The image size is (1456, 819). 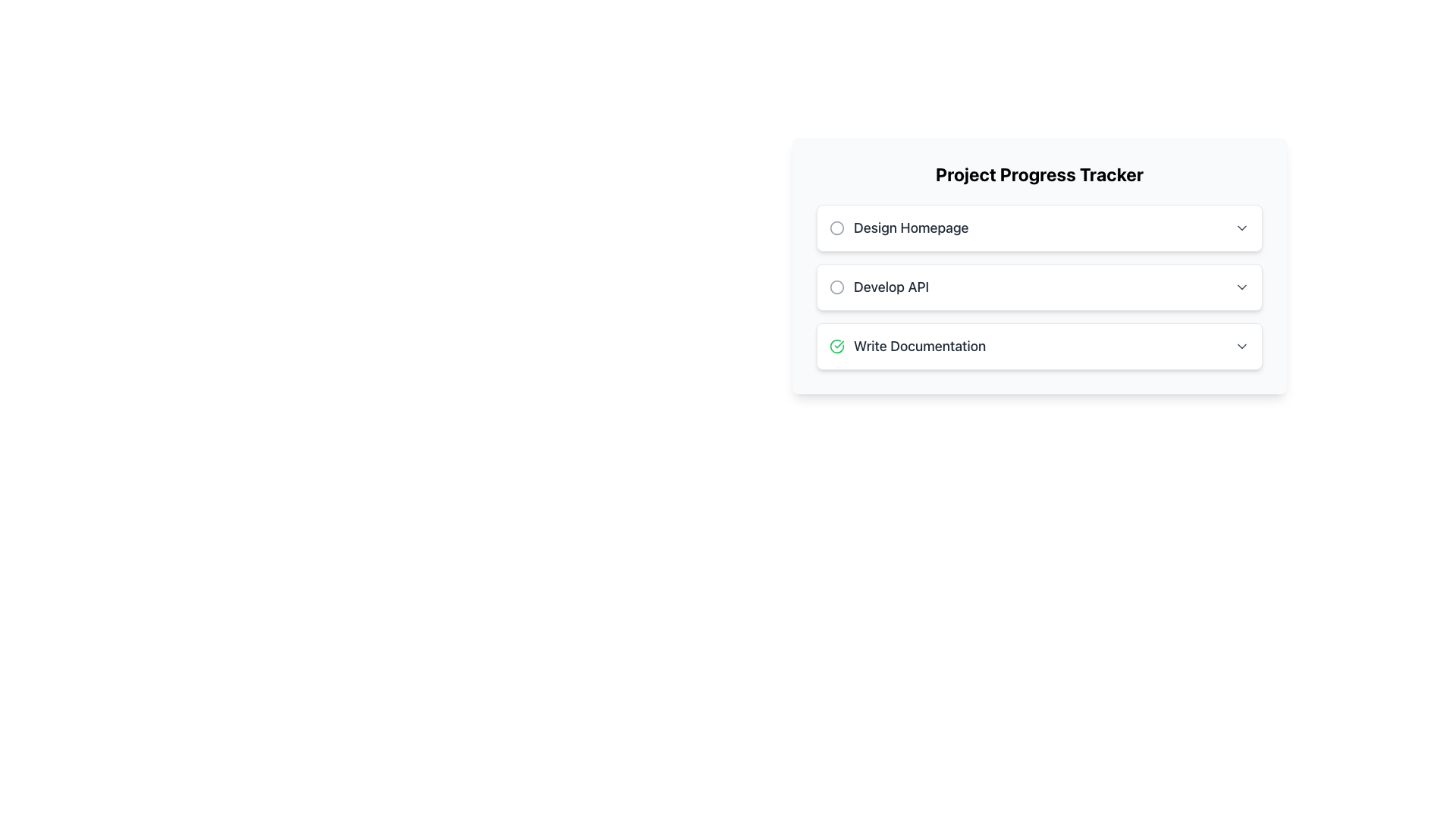 I want to click on the chevron-down icon of the Dropdown toggle button located to the right of the 'Design Homepage' text, so click(x=1241, y=227).